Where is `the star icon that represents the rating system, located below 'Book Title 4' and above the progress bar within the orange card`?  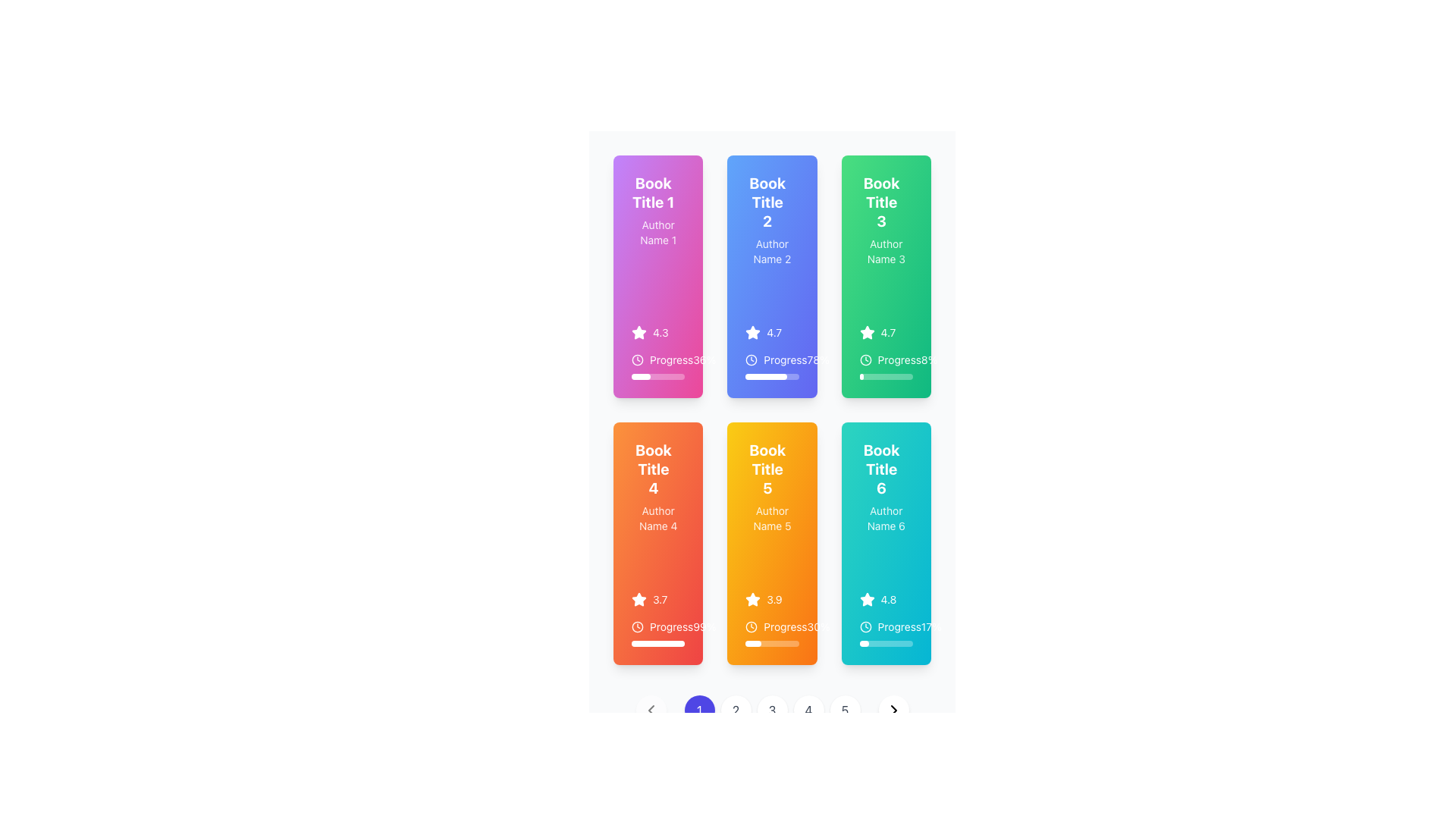 the star icon that represents the rating system, located below 'Book Title 4' and above the progress bar within the orange card is located at coordinates (639, 598).